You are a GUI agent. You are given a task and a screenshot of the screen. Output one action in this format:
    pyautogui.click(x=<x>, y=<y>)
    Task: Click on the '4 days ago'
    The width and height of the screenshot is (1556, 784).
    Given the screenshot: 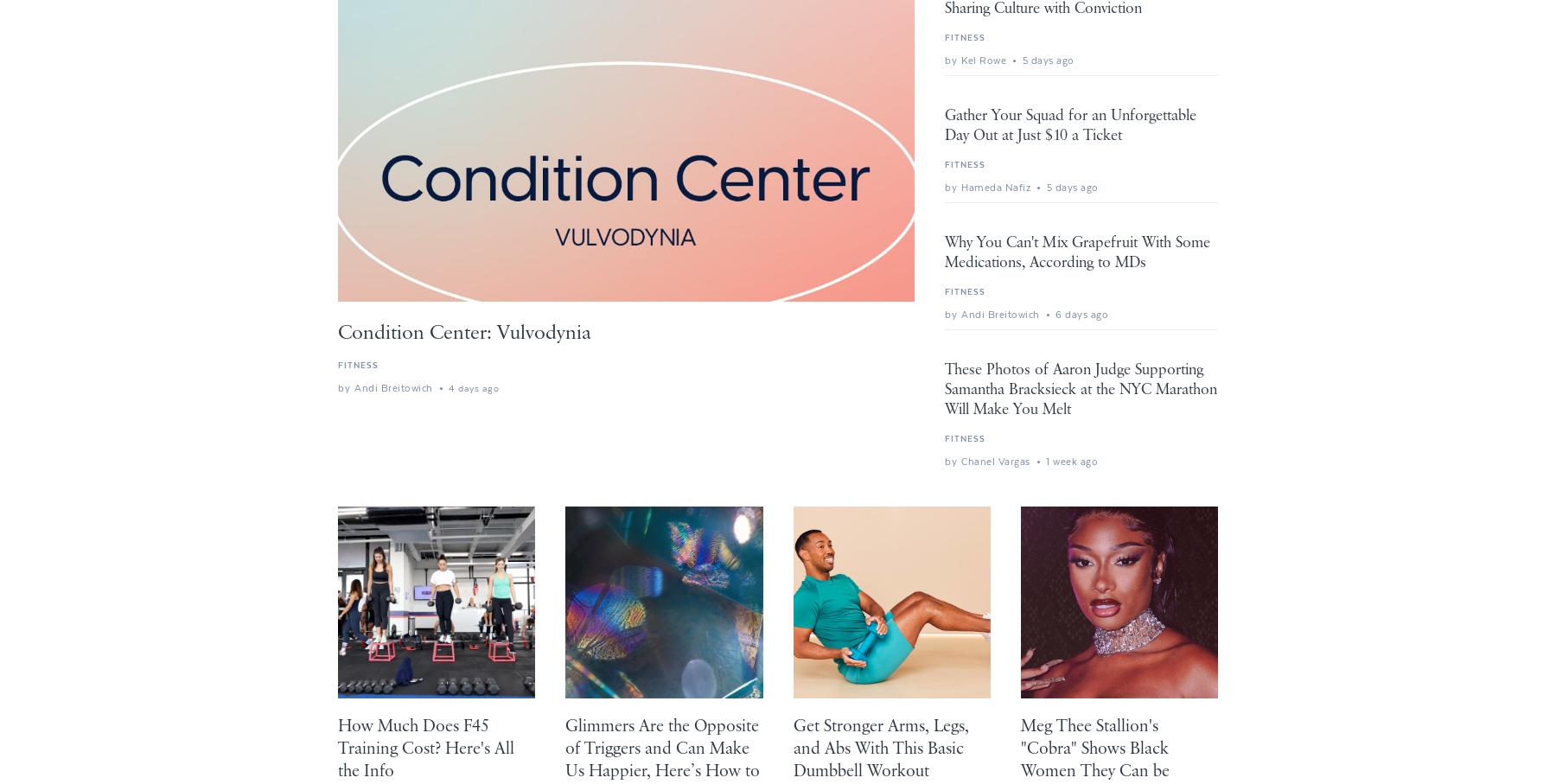 What is the action you would take?
    pyautogui.click(x=472, y=387)
    